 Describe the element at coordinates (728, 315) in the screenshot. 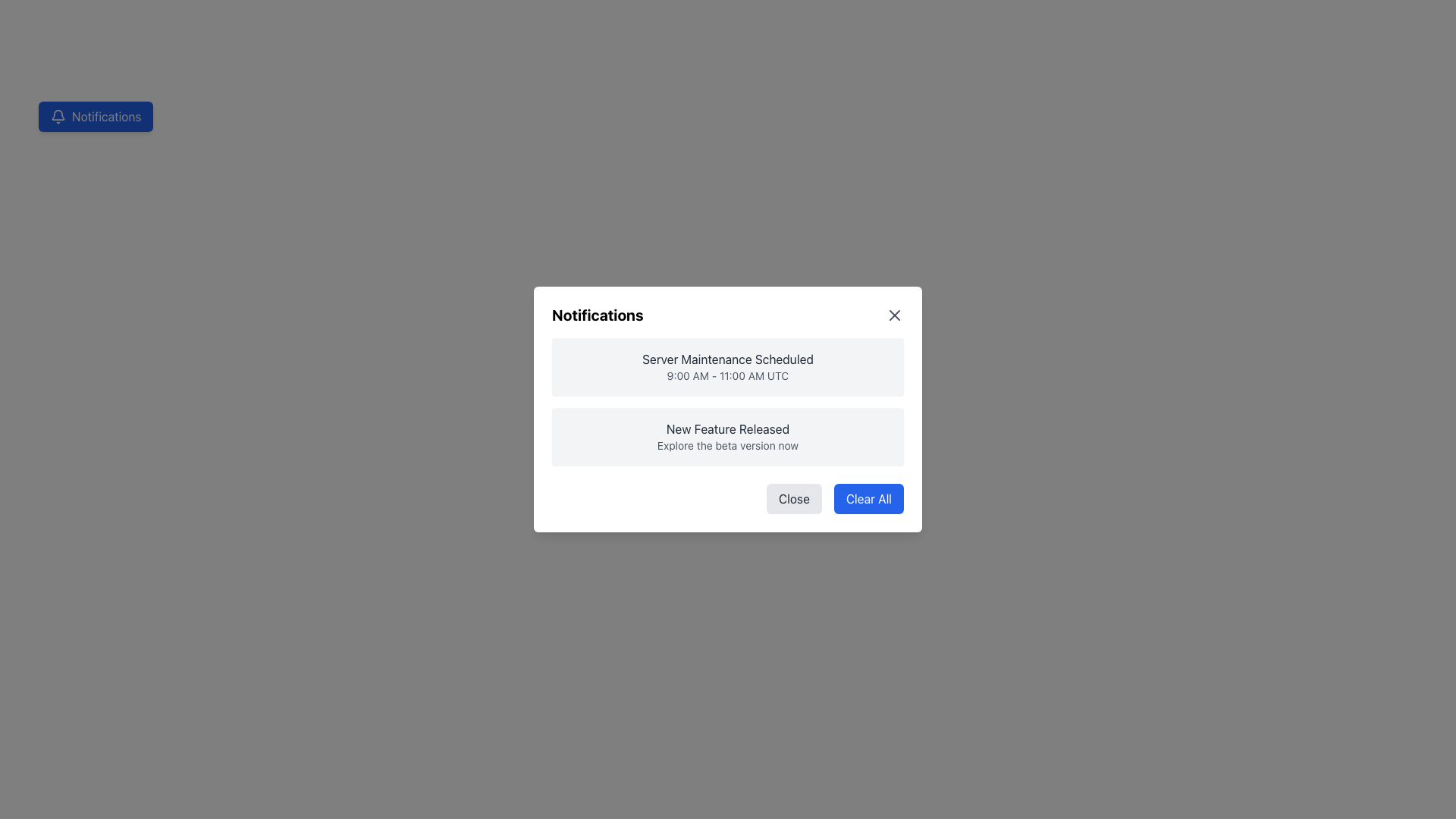

I see `title of the notification panel, which is displayed in bold as 'Notifications' at the top of the dialog box` at that location.